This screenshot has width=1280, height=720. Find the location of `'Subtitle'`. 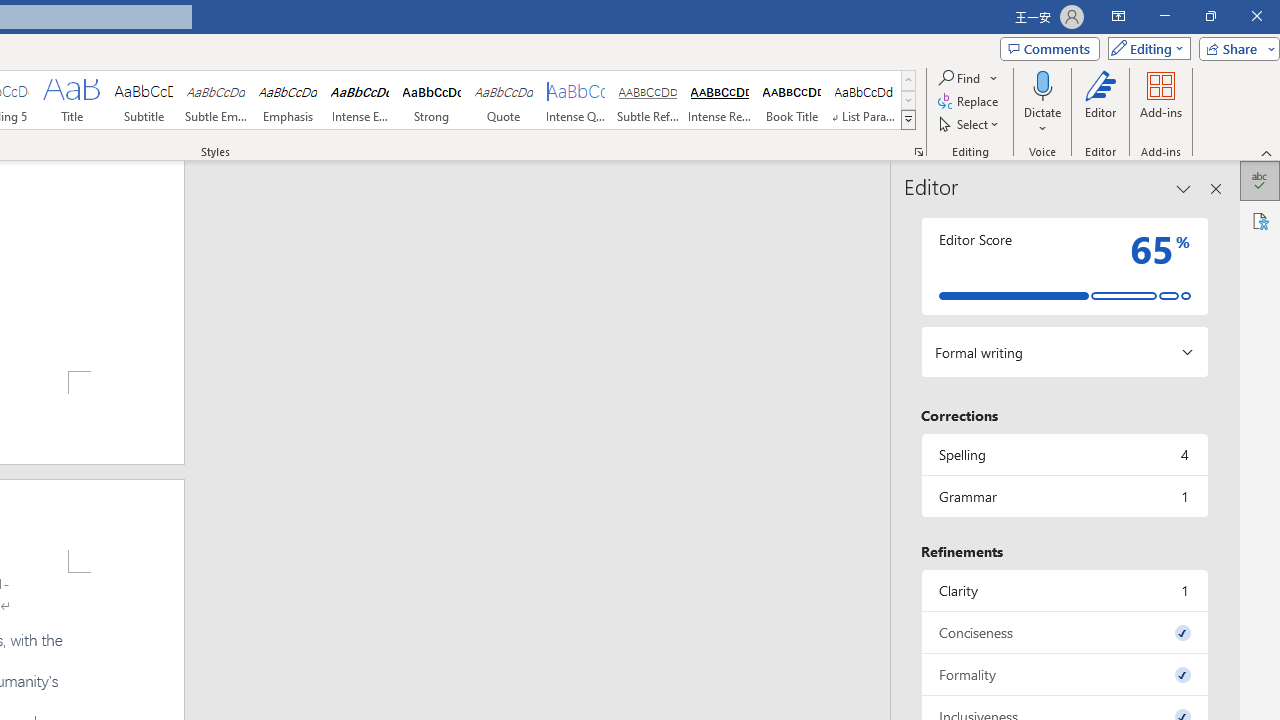

'Subtitle' is located at coordinates (143, 100).